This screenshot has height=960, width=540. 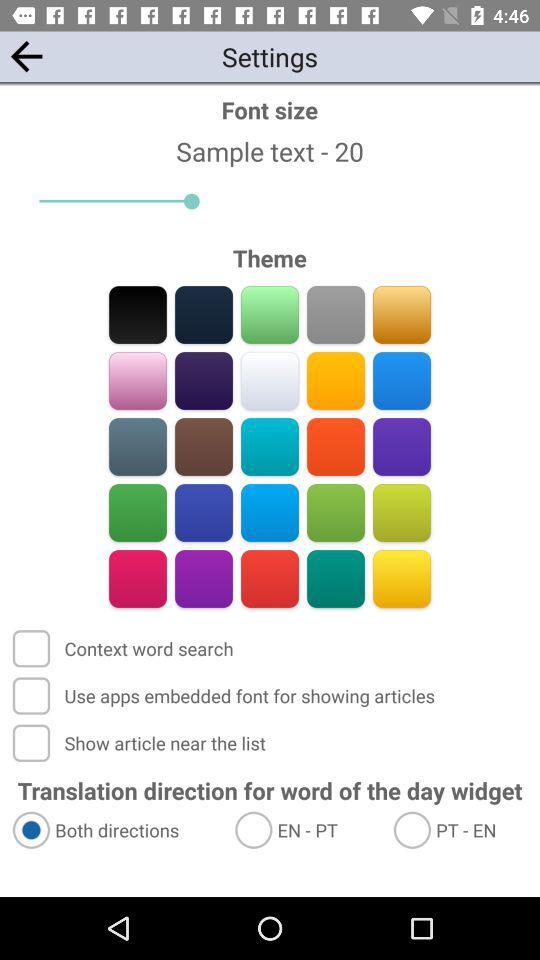 What do you see at coordinates (140, 742) in the screenshot?
I see `the show article near` at bounding box center [140, 742].